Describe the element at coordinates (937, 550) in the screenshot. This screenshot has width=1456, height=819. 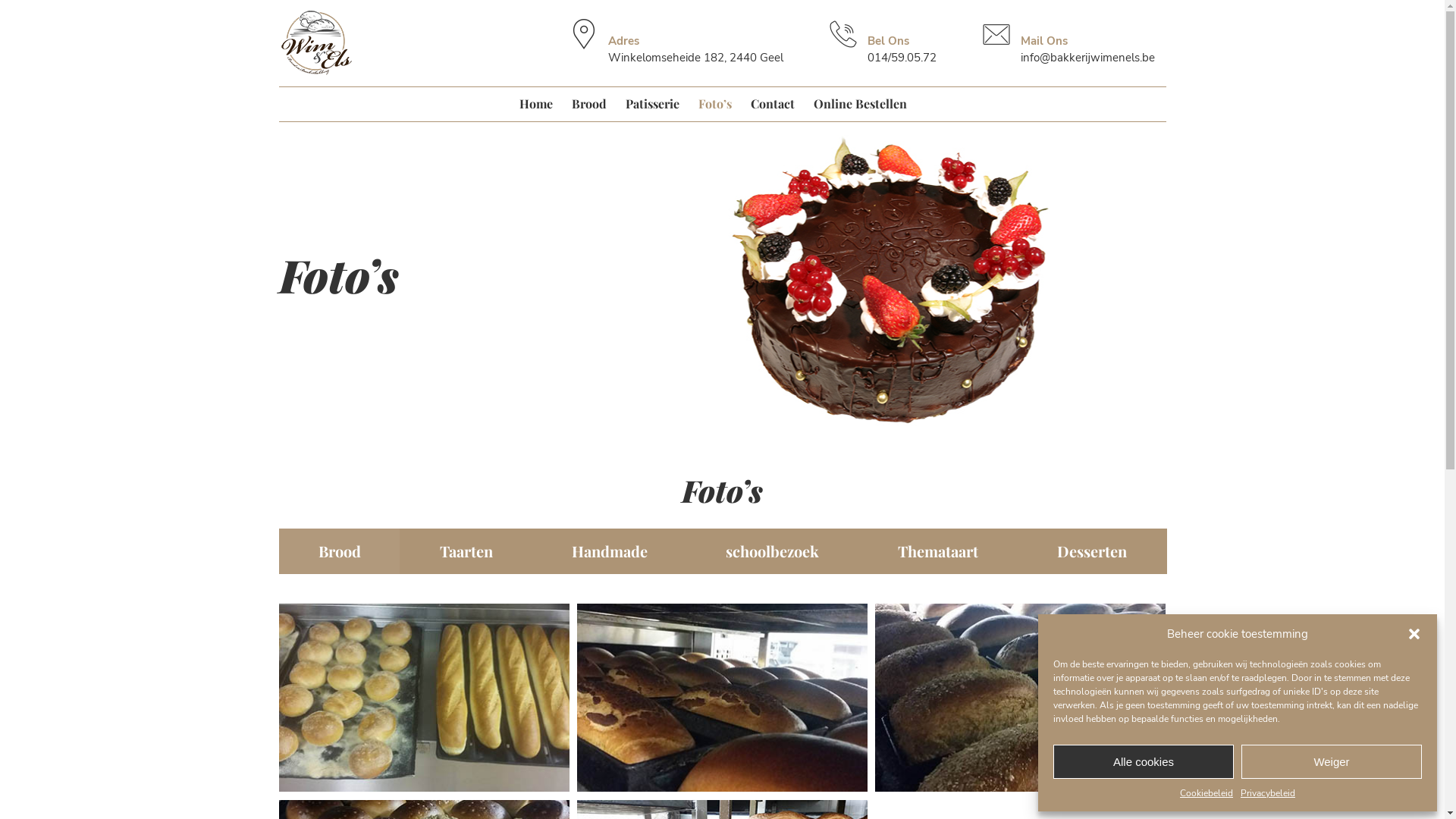
I see `'Themataart'` at that location.